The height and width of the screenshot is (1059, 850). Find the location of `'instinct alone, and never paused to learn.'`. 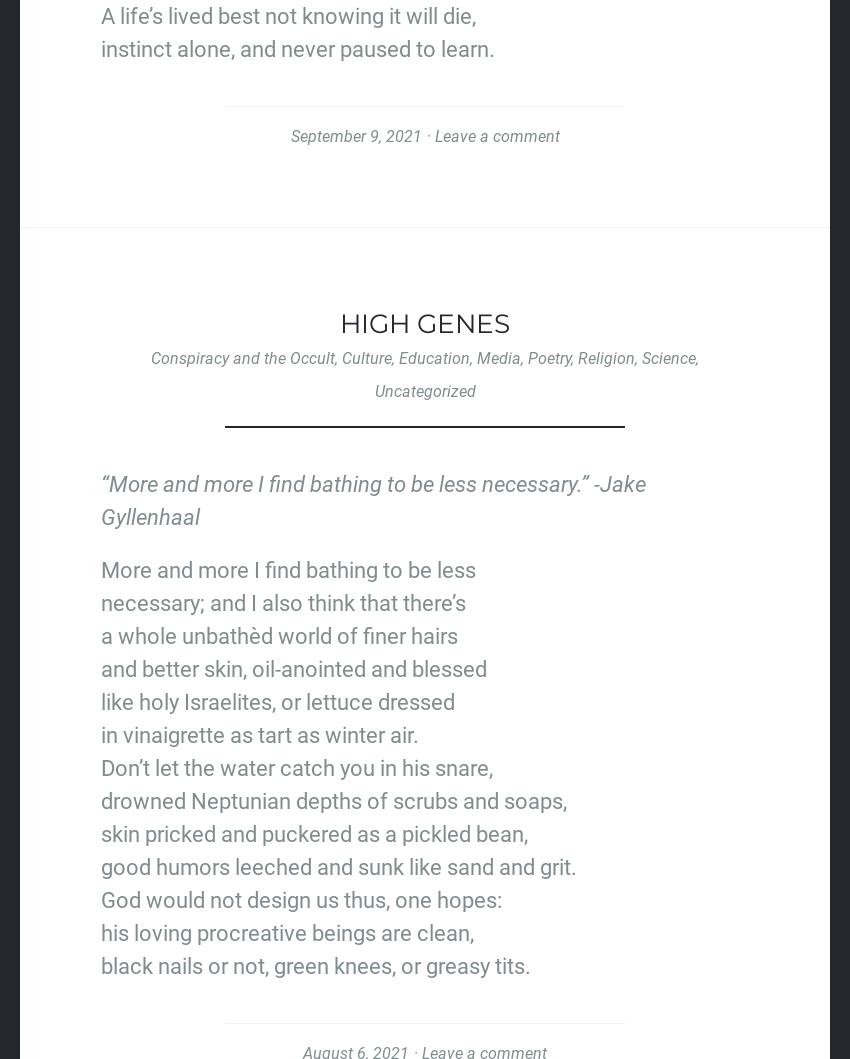

'instinct alone, and never paused to learn.' is located at coordinates (298, 48).